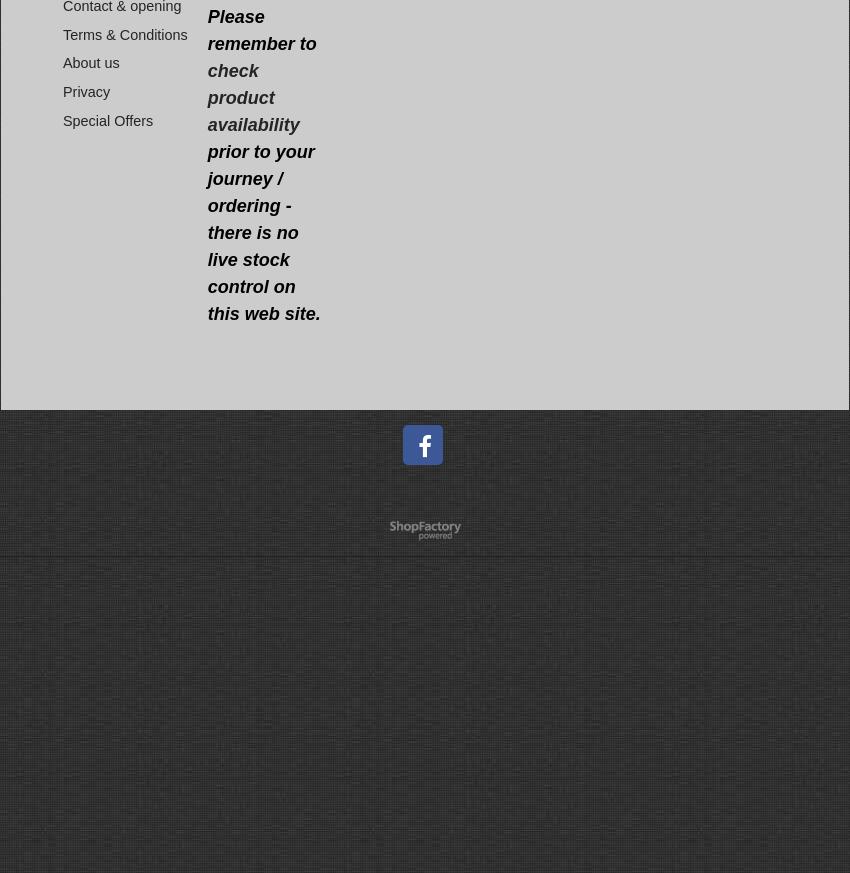 The height and width of the screenshot is (873, 850). What do you see at coordinates (474, 768) in the screenshot?
I see `'Opt out'` at bounding box center [474, 768].